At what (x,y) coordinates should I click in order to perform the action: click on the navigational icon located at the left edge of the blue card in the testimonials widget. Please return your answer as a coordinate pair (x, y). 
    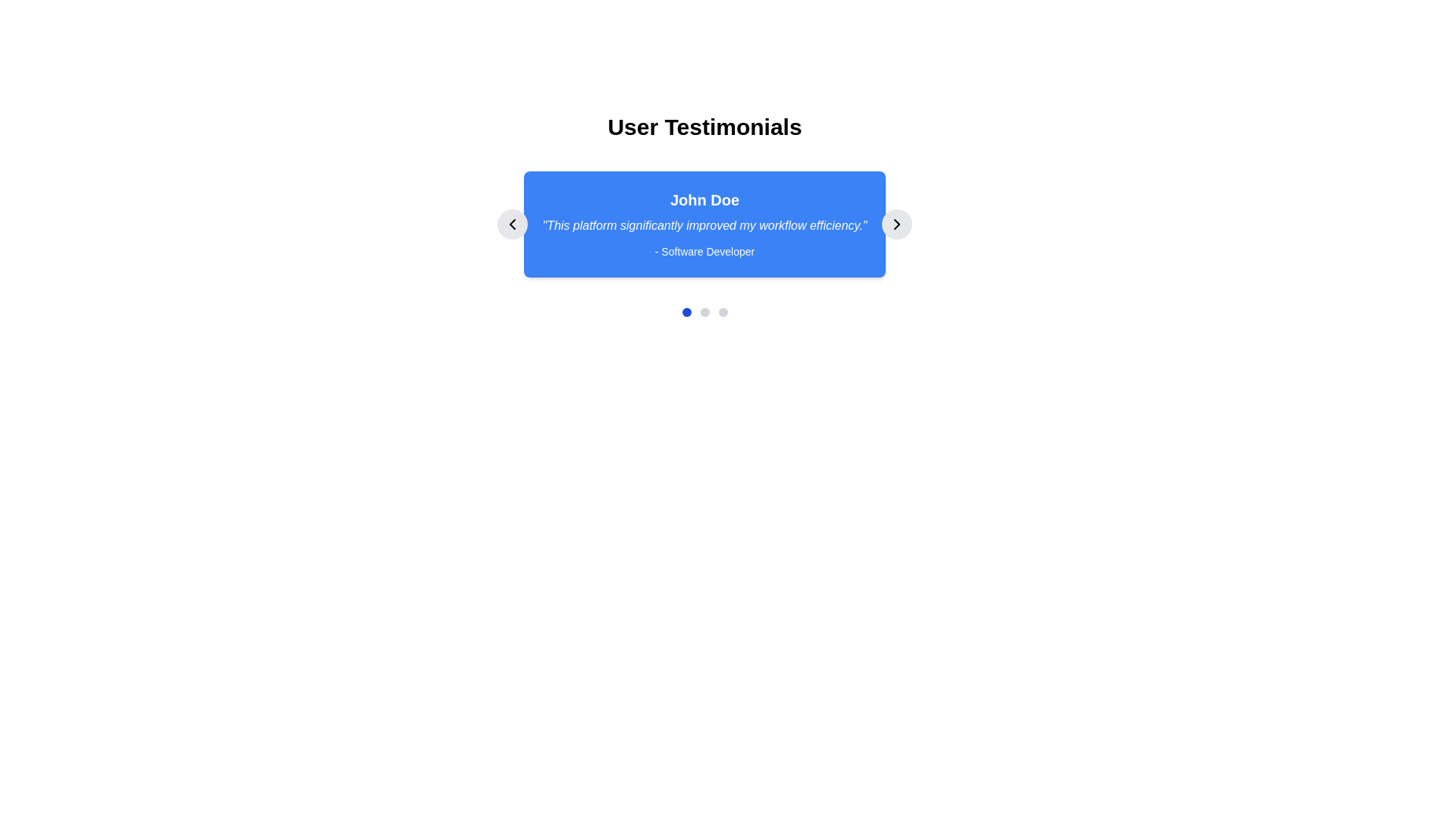
    Looking at the image, I should click on (513, 224).